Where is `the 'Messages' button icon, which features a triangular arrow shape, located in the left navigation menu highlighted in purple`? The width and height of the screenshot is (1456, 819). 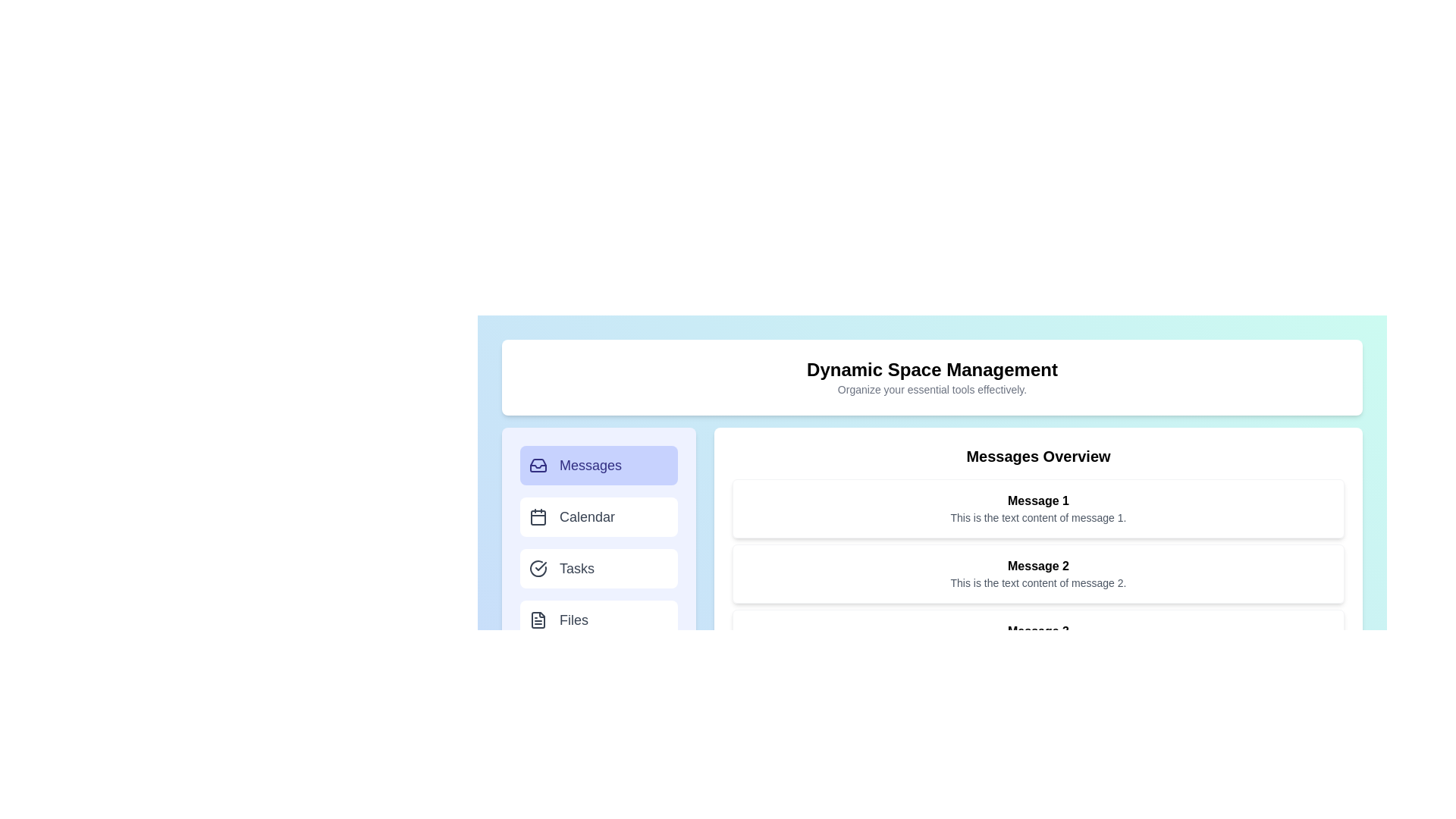 the 'Messages' button icon, which features a triangular arrow shape, located in the left navigation menu highlighted in purple is located at coordinates (538, 465).